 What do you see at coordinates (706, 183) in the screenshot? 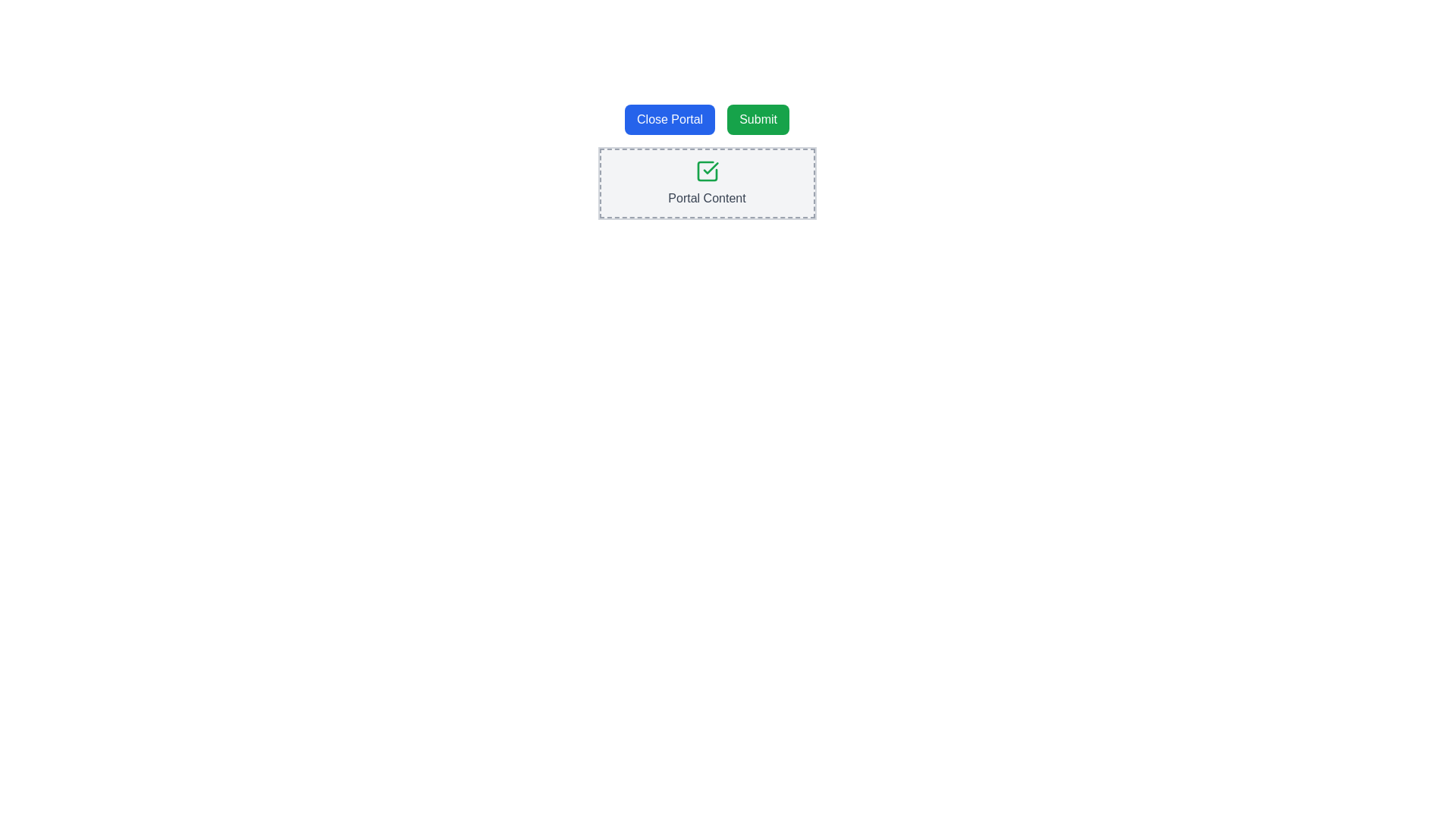
I see `the descriptive Text Label located below the green check icon within the centered dashed-bordered box` at bounding box center [706, 183].